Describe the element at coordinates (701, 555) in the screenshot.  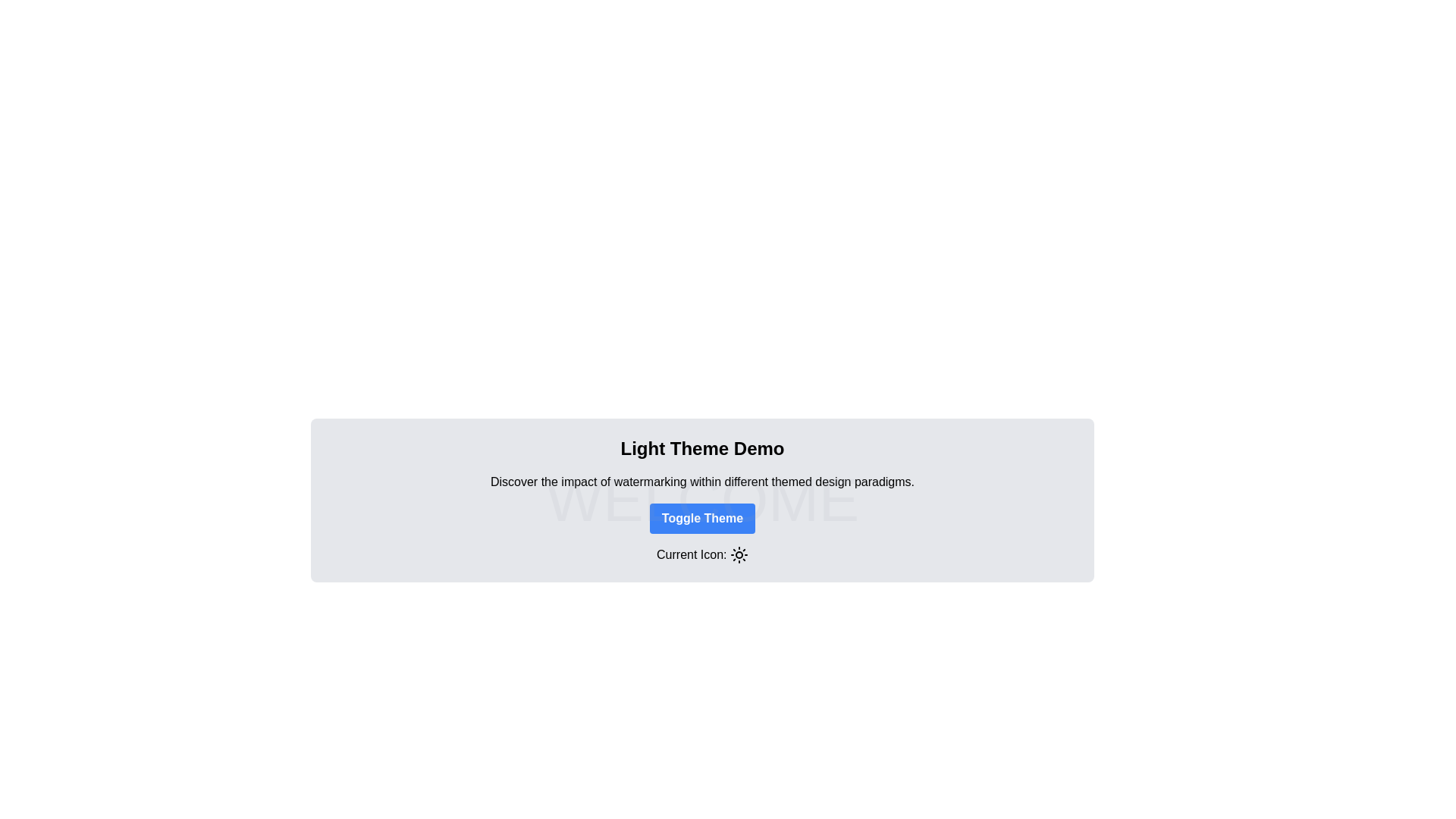
I see `displayed text and icon indicating the current theme's state, located directly below the 'Toggle Theme' button` at that location.